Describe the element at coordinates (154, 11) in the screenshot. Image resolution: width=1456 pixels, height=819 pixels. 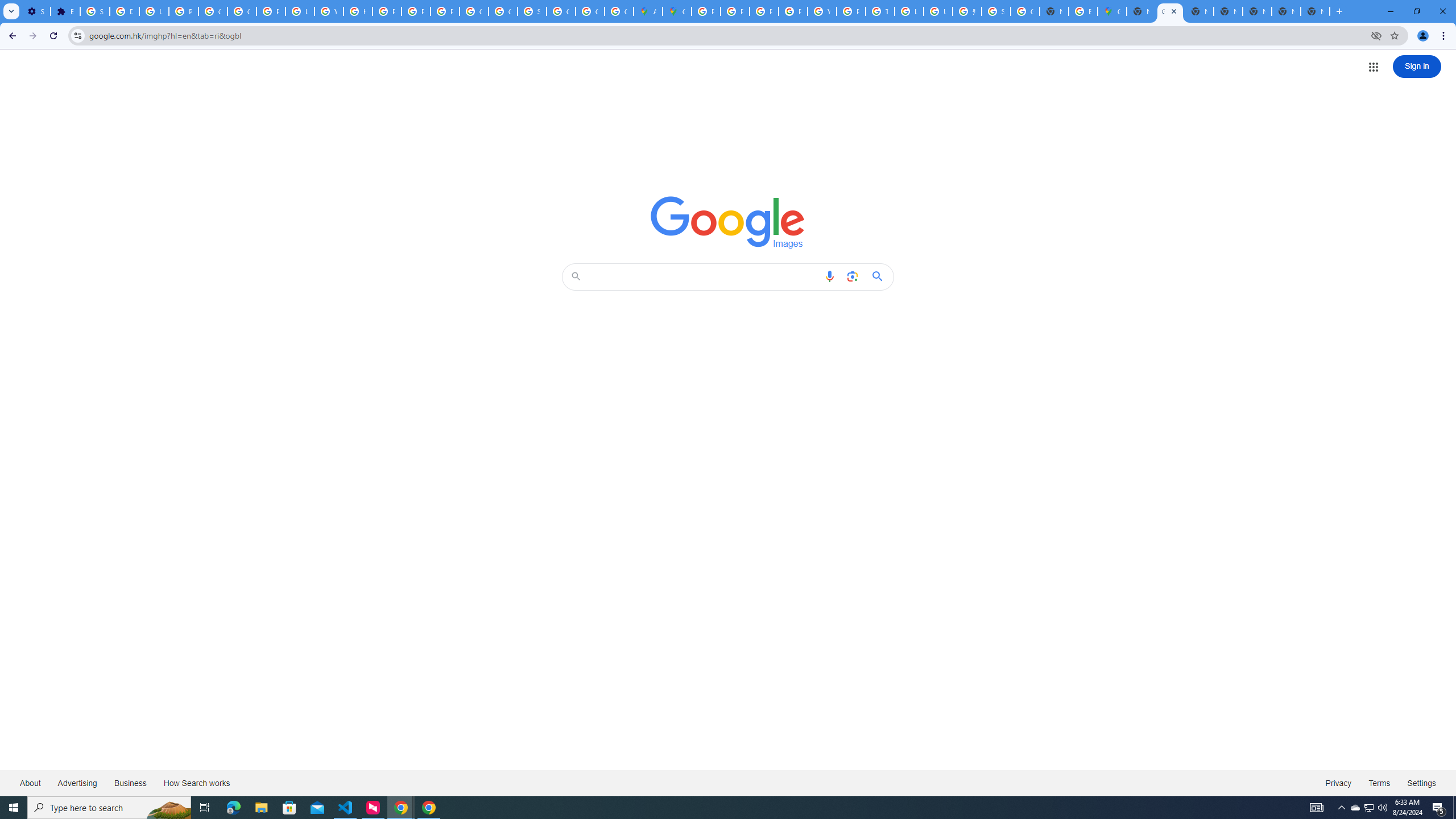
I see `'Learn how to find your photos - Google Photos Help'` at that location.